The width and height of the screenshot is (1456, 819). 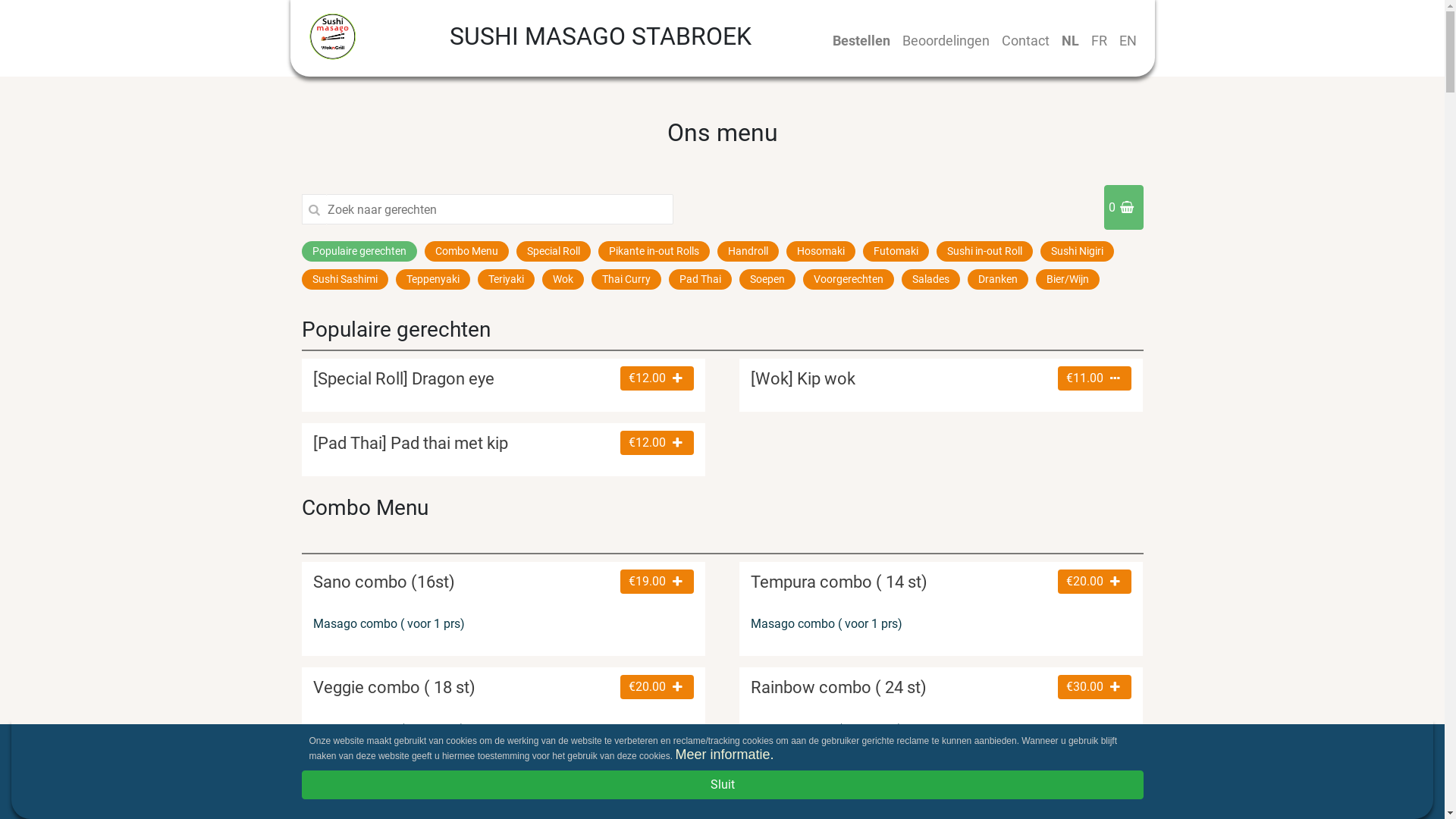 What do you see at coordinates (1069, 39) in the screenshot?
I see `'NL'` at bounding box center [1069, 39].